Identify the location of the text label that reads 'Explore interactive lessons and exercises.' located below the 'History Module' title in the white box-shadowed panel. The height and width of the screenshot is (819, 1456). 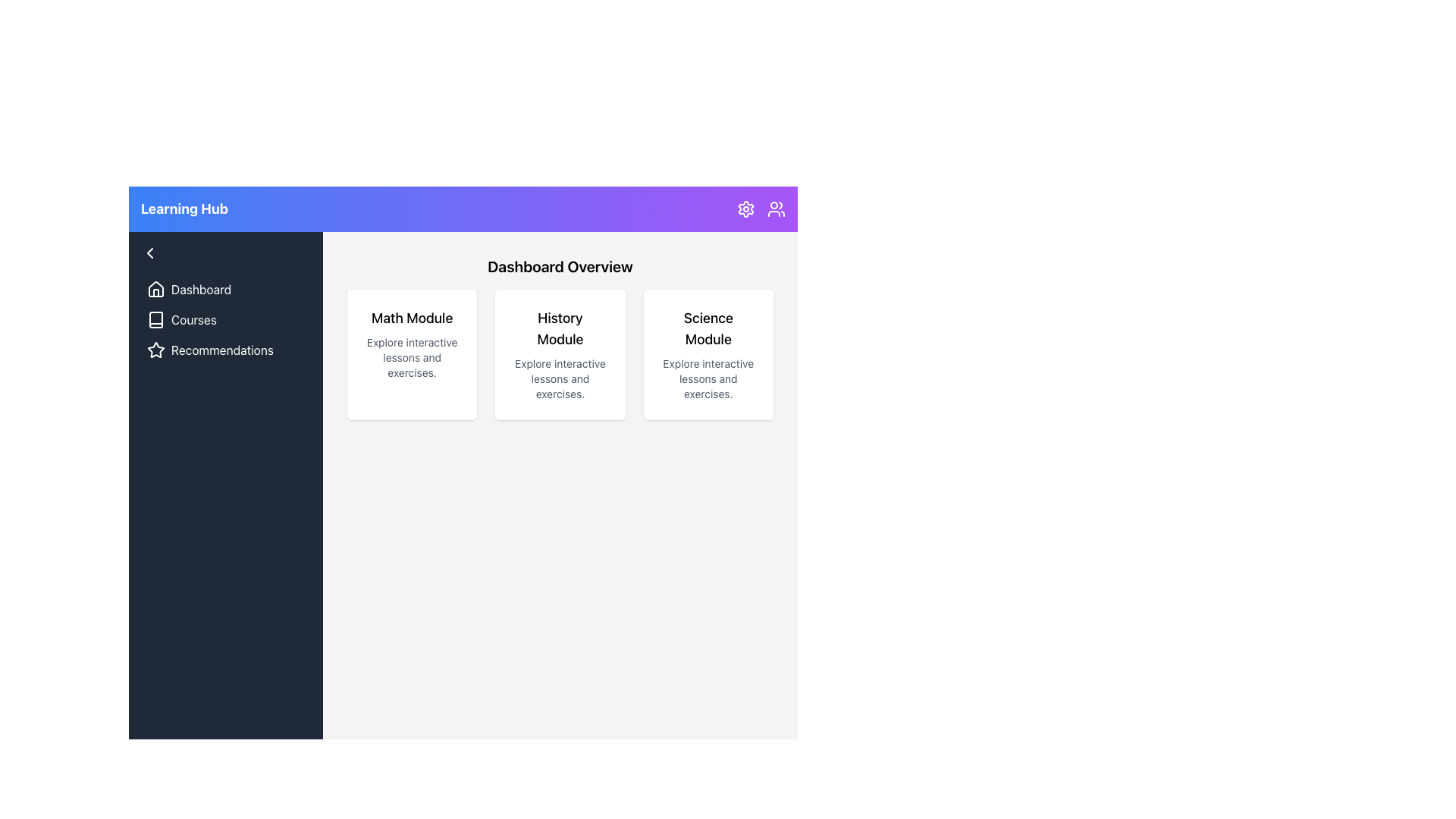
(560, 378).